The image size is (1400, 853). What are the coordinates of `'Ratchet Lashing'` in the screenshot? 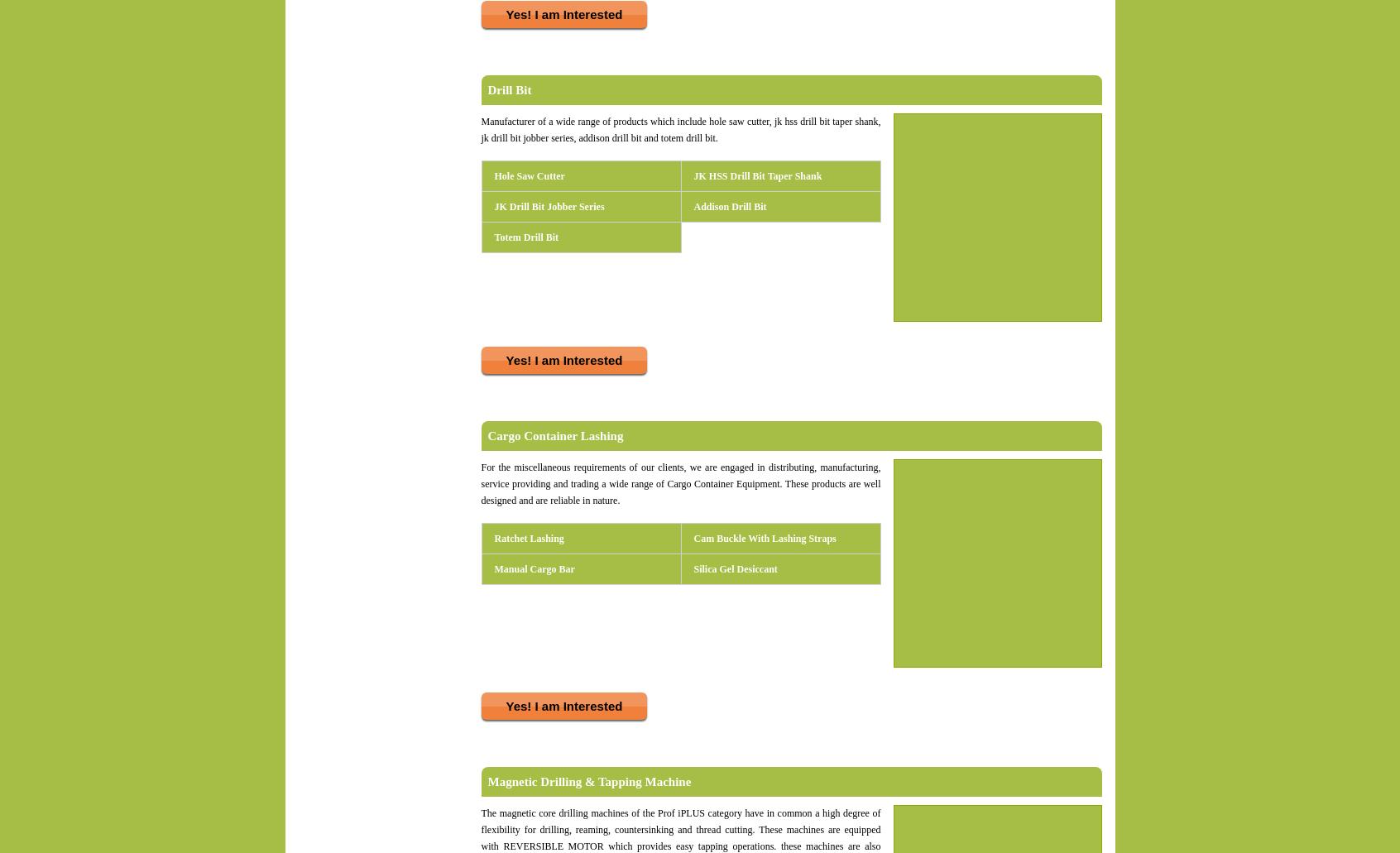 It's located at (492, 538).